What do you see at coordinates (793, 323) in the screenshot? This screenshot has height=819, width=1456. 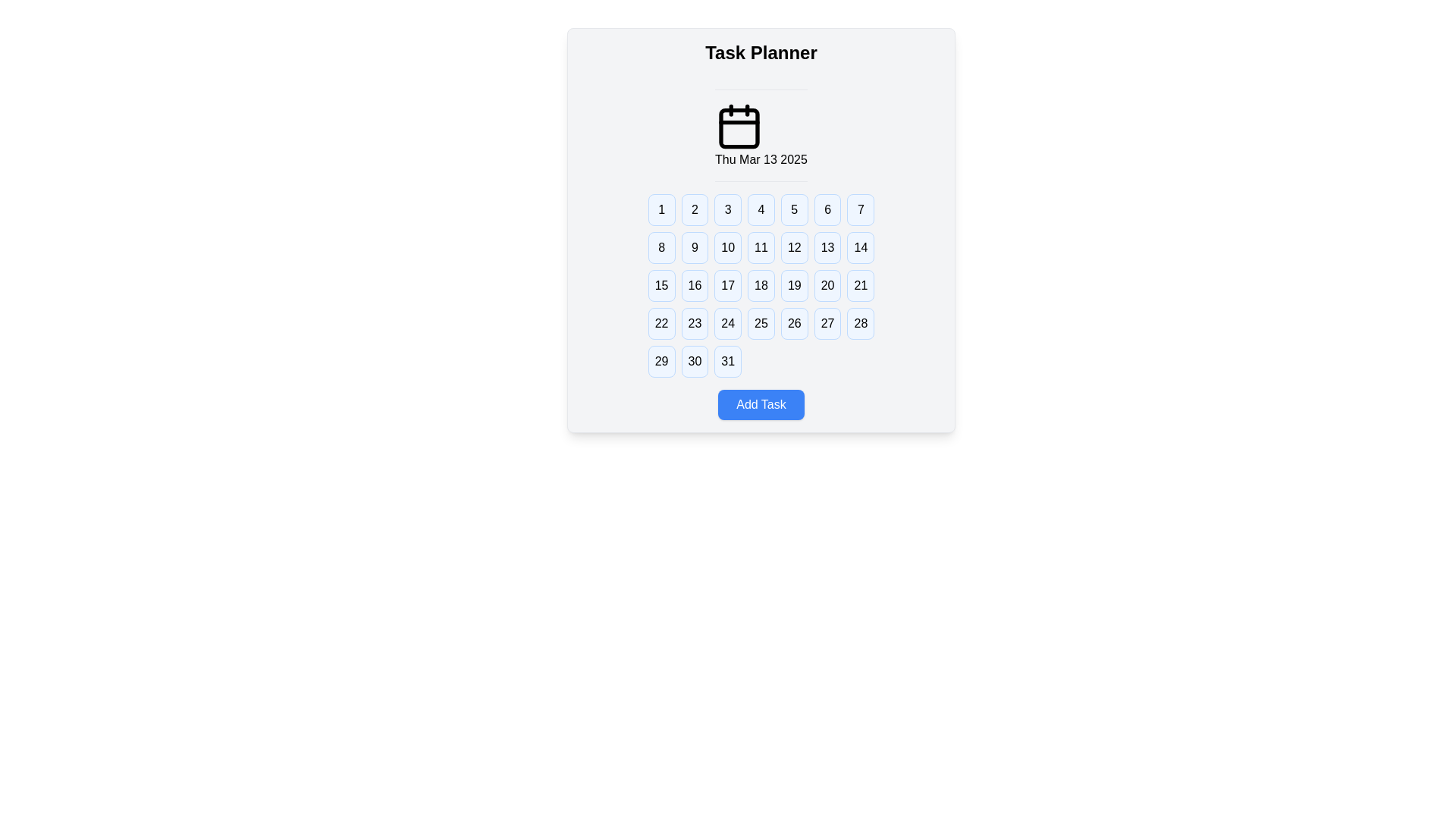 I see `the calendar button representing a day in the fourth row and fifth column of the grid` at bounding box center [793, 323].